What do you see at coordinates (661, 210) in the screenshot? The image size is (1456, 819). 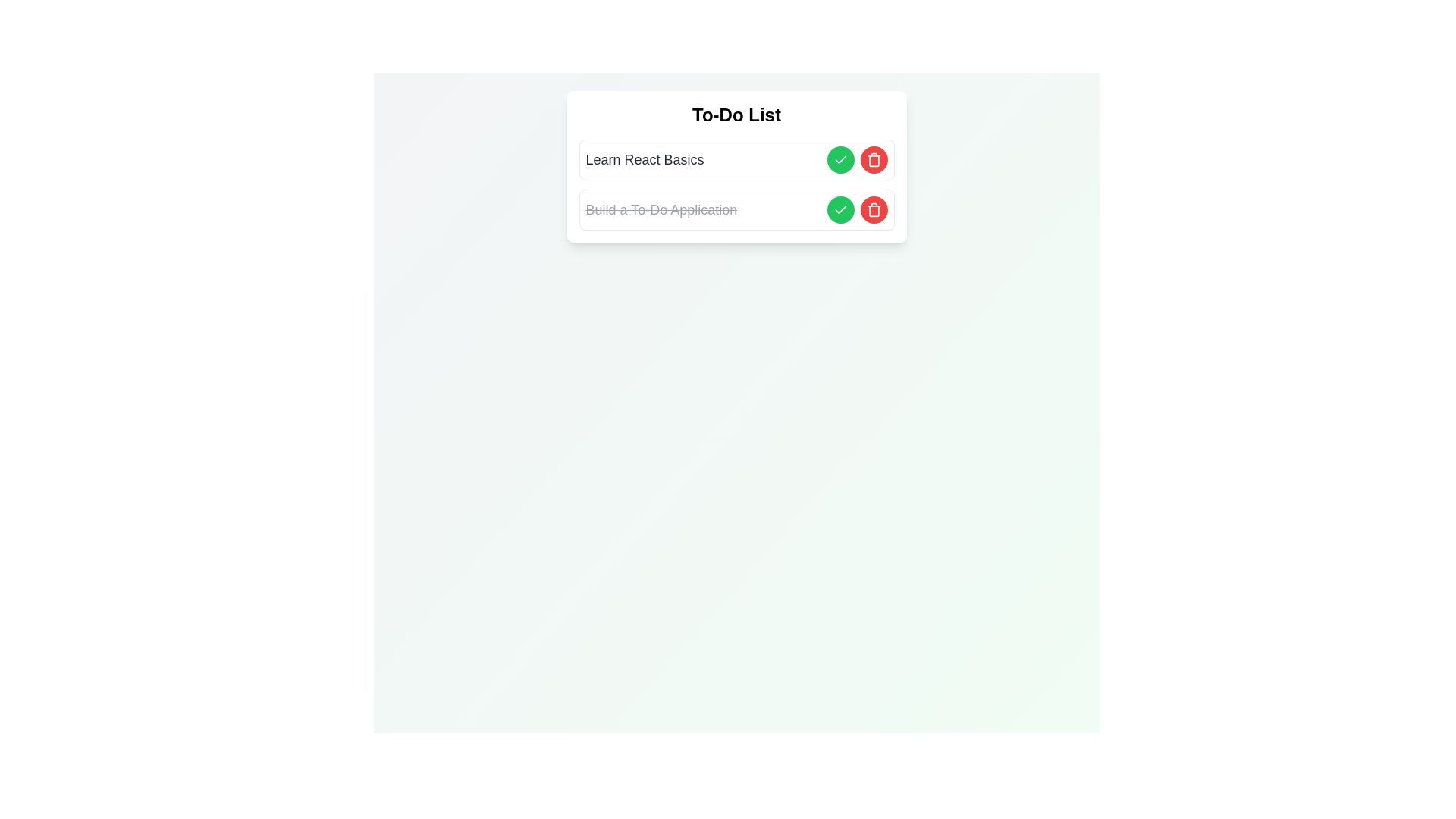 I see `the completed task text label in the To-Do List that has a strikethrough style, located below 'Learn React Basics'` at bounding box center [661, 210].